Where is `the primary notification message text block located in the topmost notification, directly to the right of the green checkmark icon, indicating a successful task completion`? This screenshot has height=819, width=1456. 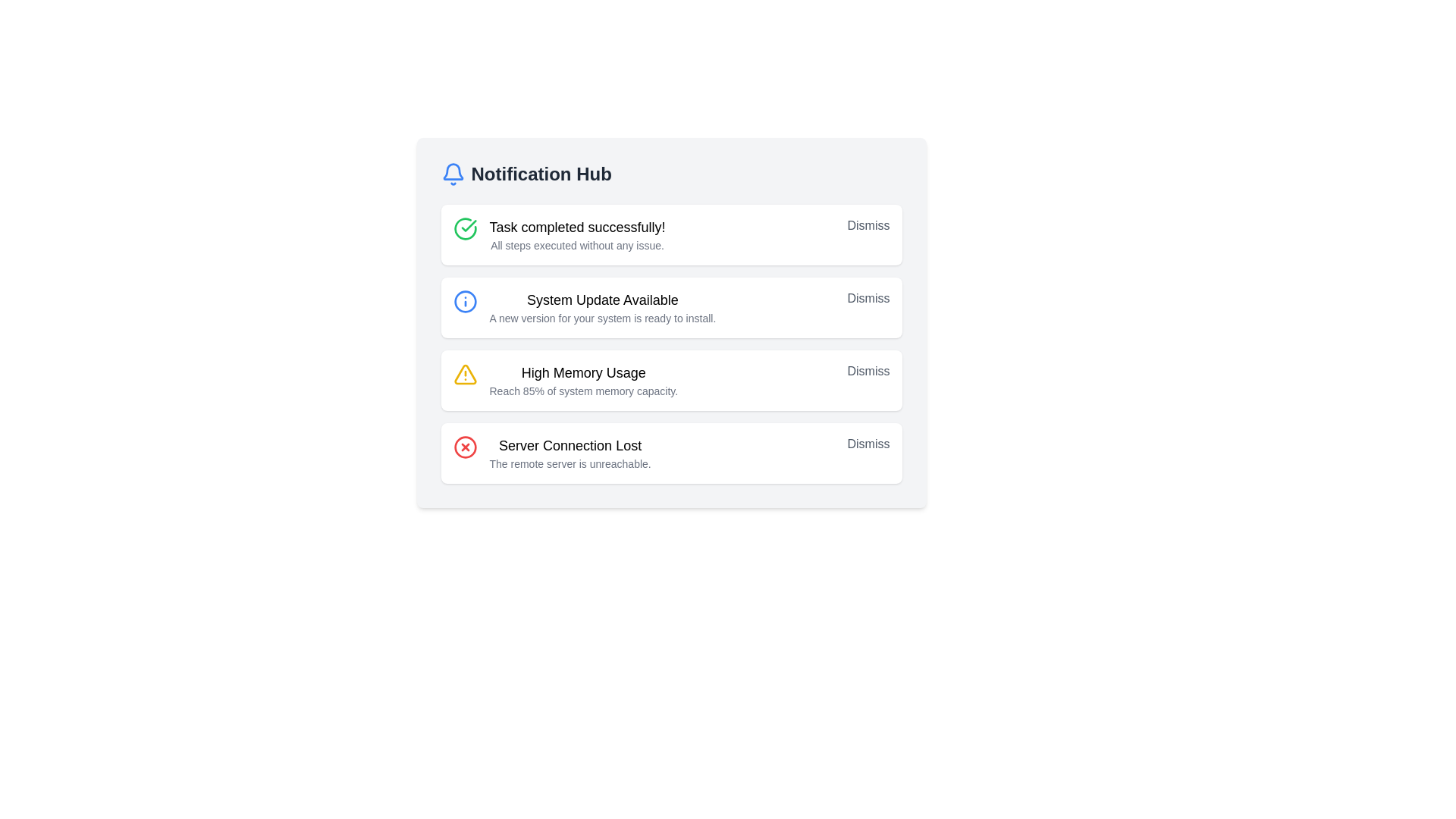 the primary notification message text block located in the topmost notification, directly to the right of the green checkmark icon, indicating a successful task completion is located at coordinates (576, 234).